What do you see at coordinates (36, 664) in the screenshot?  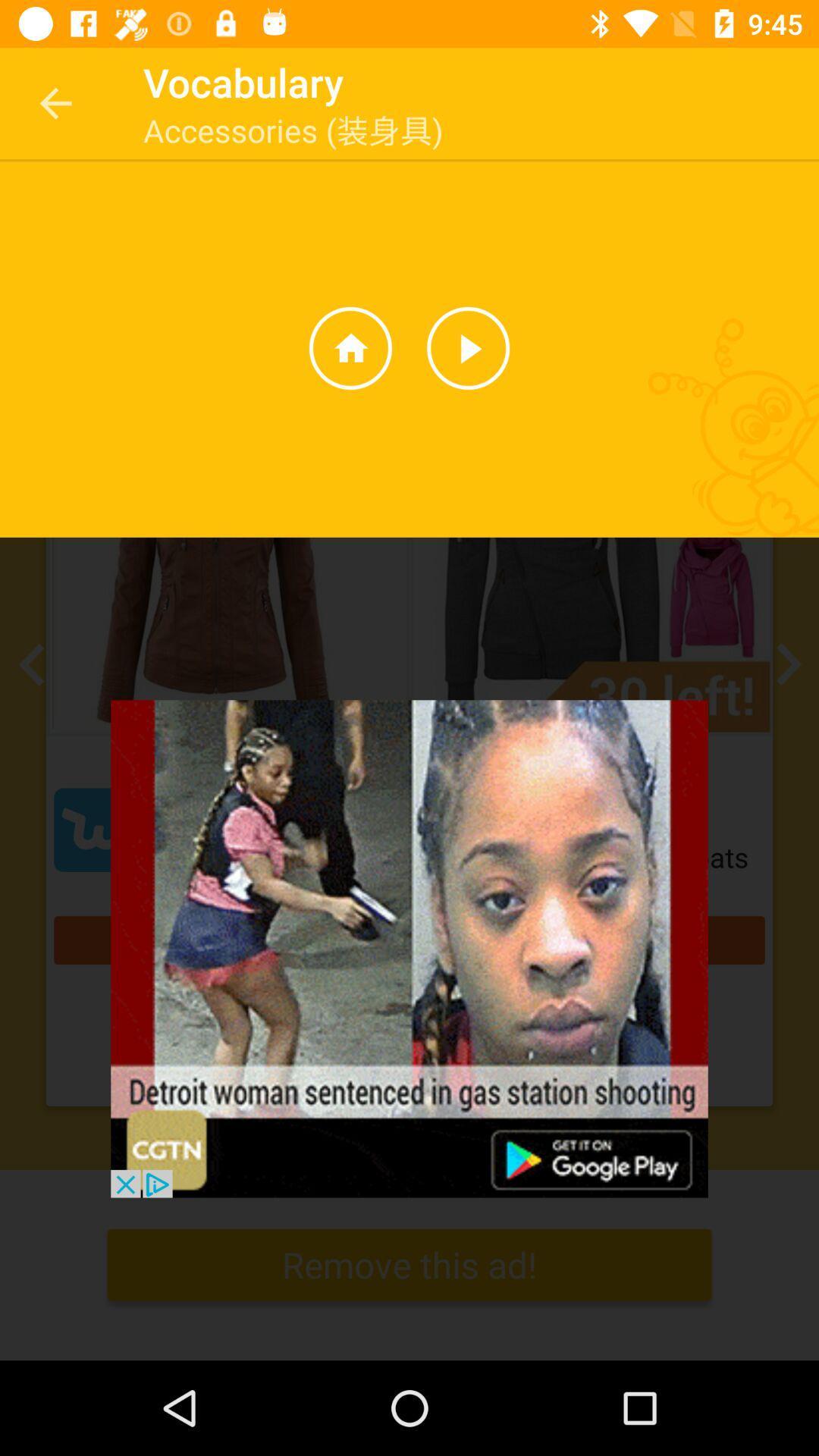 I see `the arrow_backward icon` at bounding box center [36, 664].